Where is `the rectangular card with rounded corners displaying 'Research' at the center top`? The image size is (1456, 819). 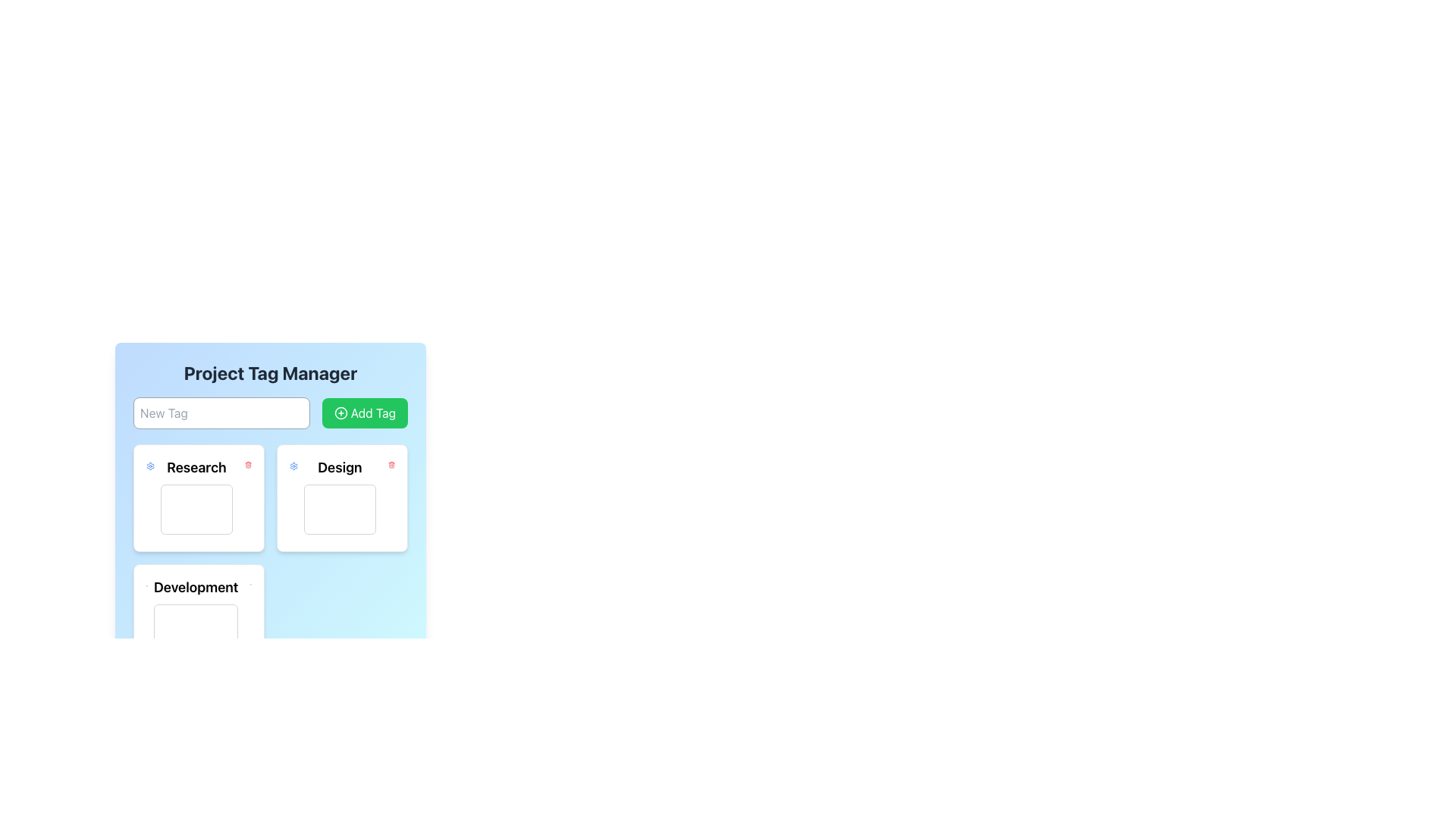
the rectangular card with rounded corners displaying 'Research' at the center top is located at coordinates (198, 497).